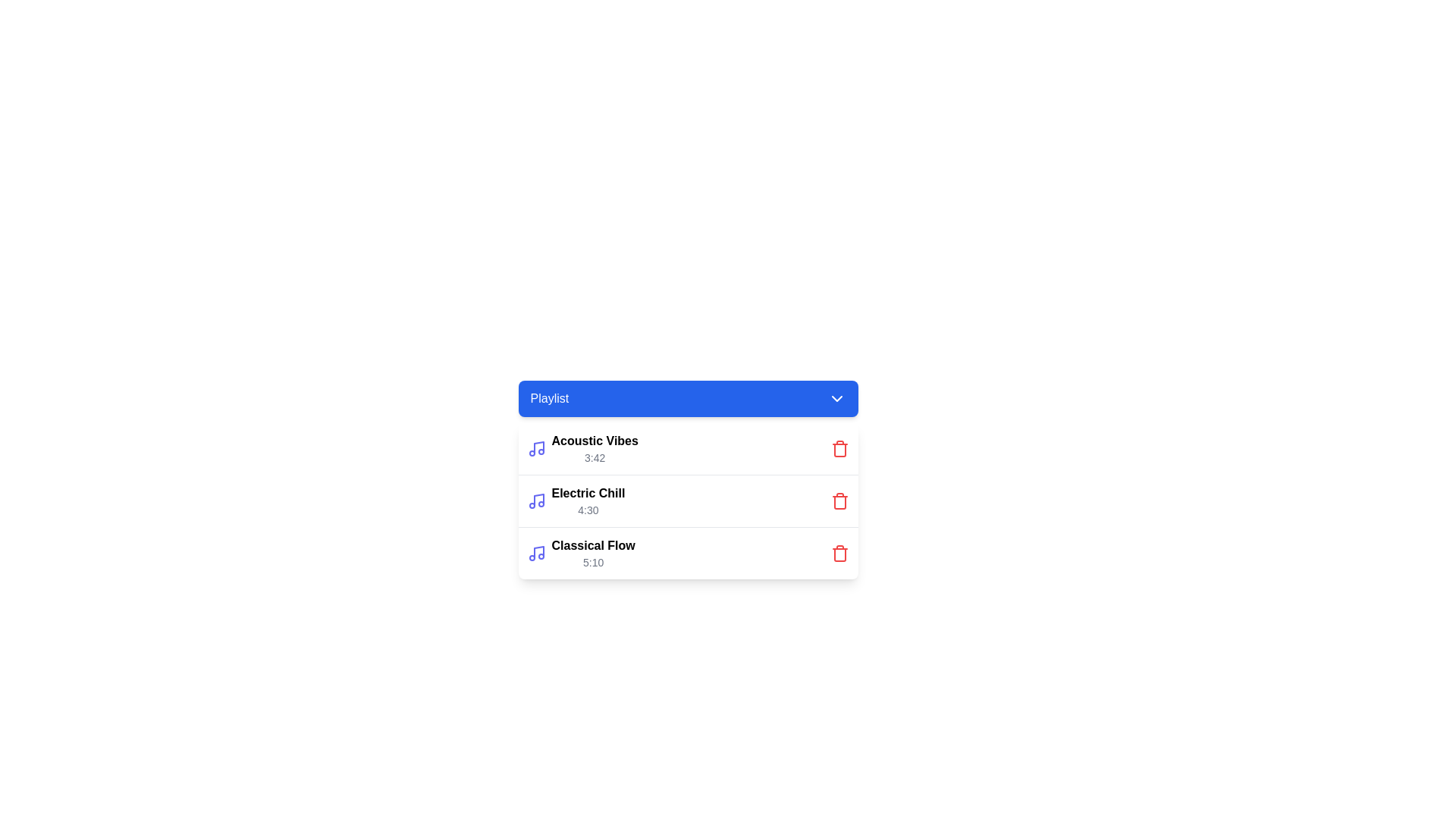 Image resolution: width=1456 pixels, height=819 pixels. What do you see at coordinates (538, 552) in the screenshot?
I see `the musical note icon representing the playlist item 'Classical Flow', which is located at the bottom-most row of the playlist interface` at bounding box center [538, 552].